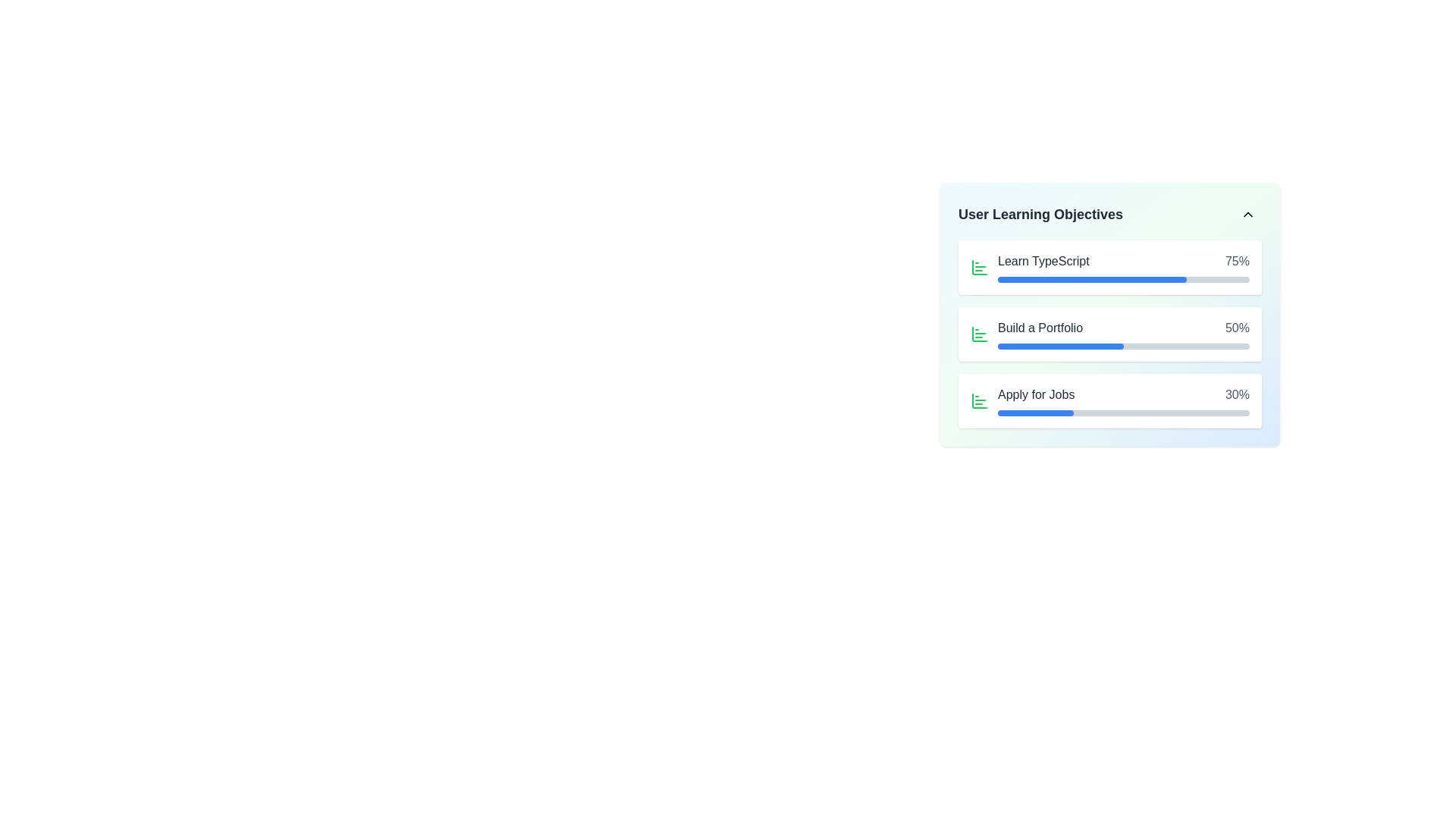  Describe the element at coordinates (1043, 260) in the screenshot. I see `the descriptive text label indicating the learning objective, which is positioned in the center of the first item in the list on the panel, adjacent to a list icon and a percentage completion indicator` at that location.